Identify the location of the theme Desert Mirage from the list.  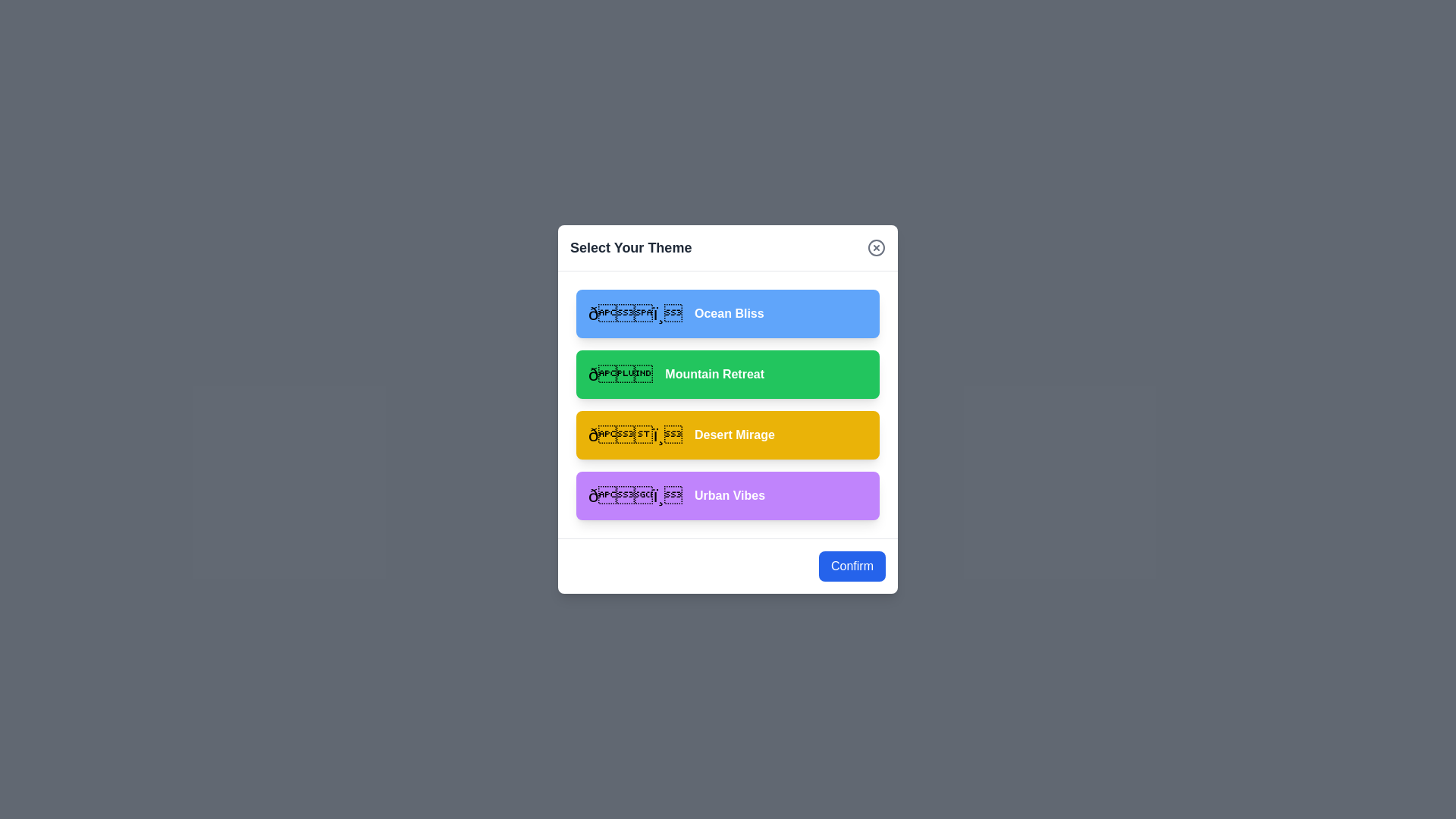
(728, 435).